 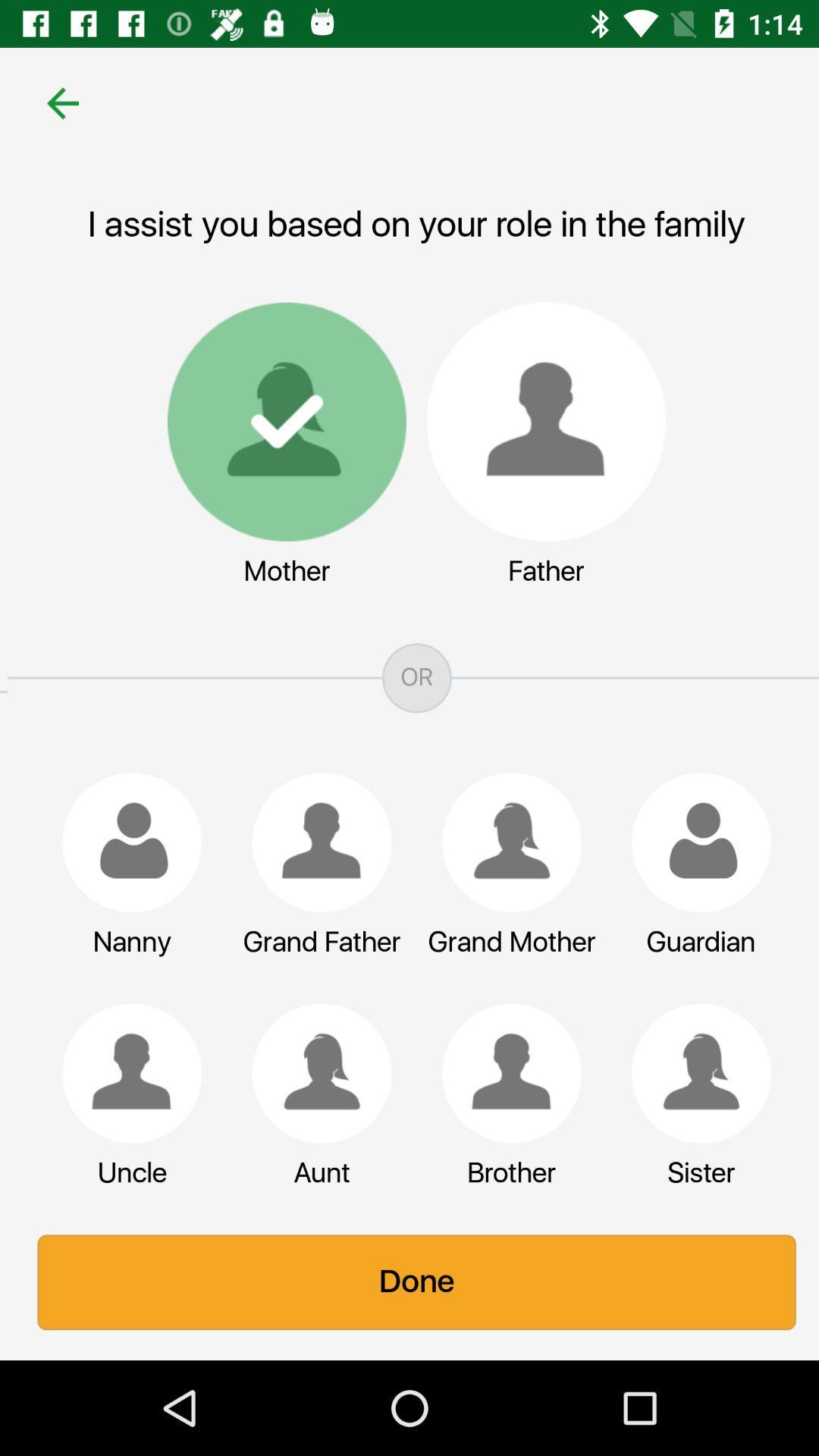 What do you see at coordinates (694, 1072) in the screenshot?
I see `the icon below guardian icon` at bounding box center [694, 1072].